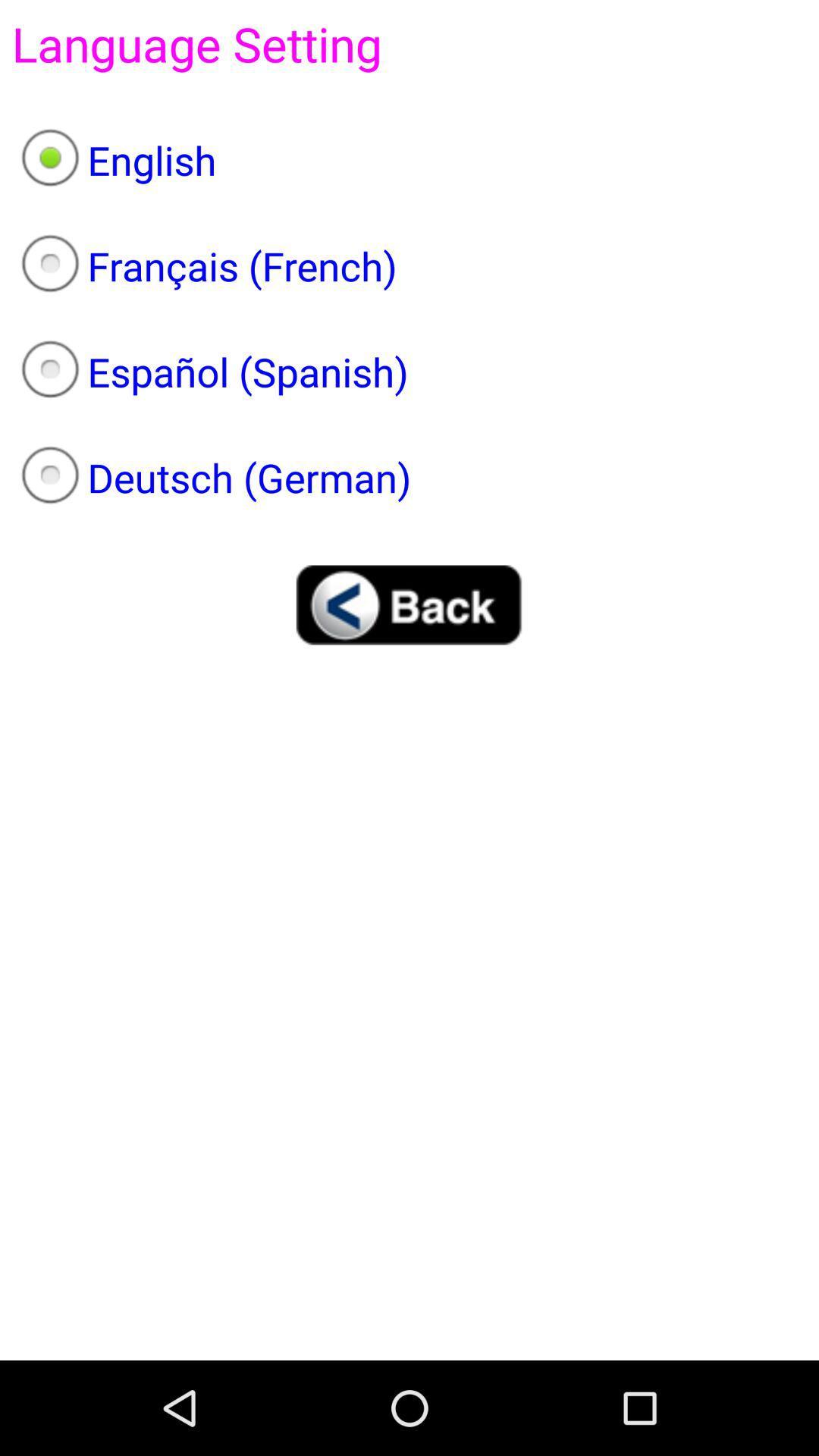 This screenshot has height=1456, width=819. I want to click on deutsch (german) icon, so click(409, 476).